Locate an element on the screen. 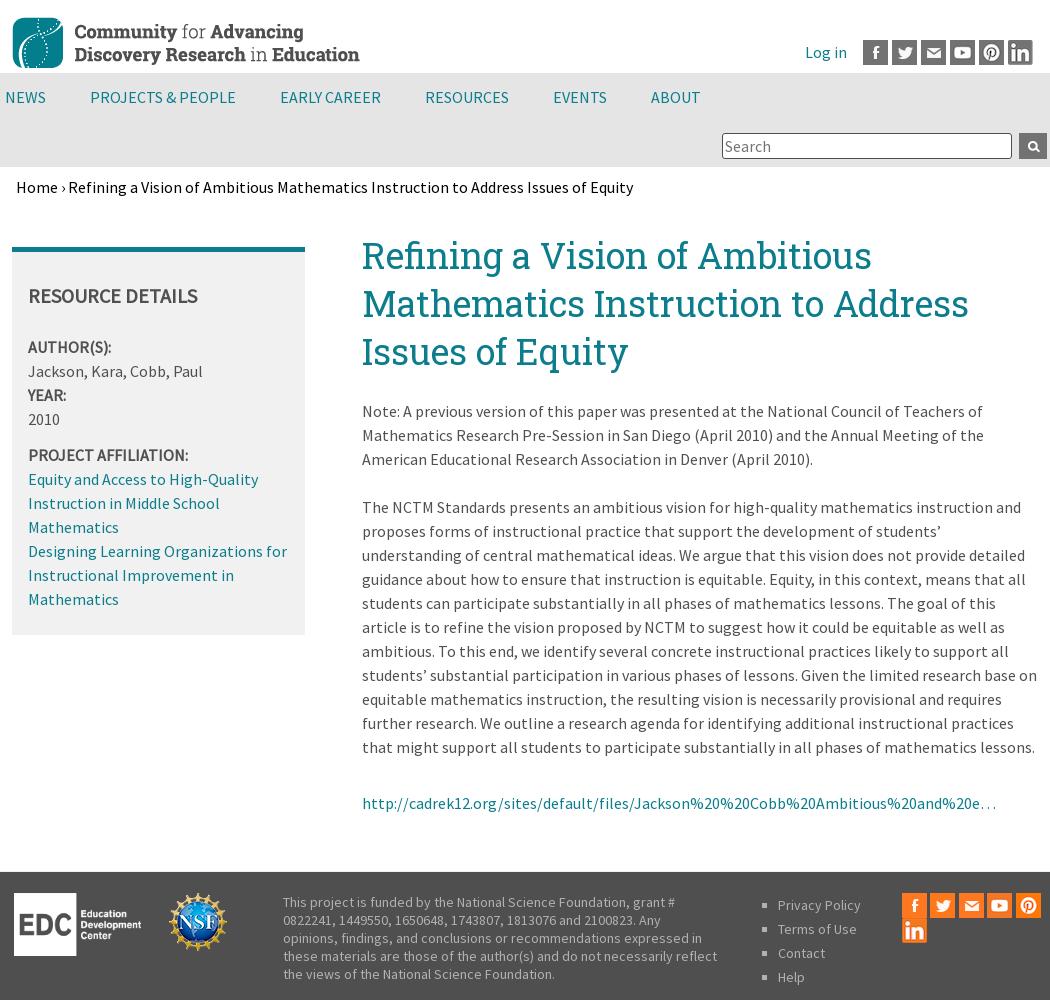  'Jackson, Kara, Cobb, Paul' is located at coordinates (114, 369).